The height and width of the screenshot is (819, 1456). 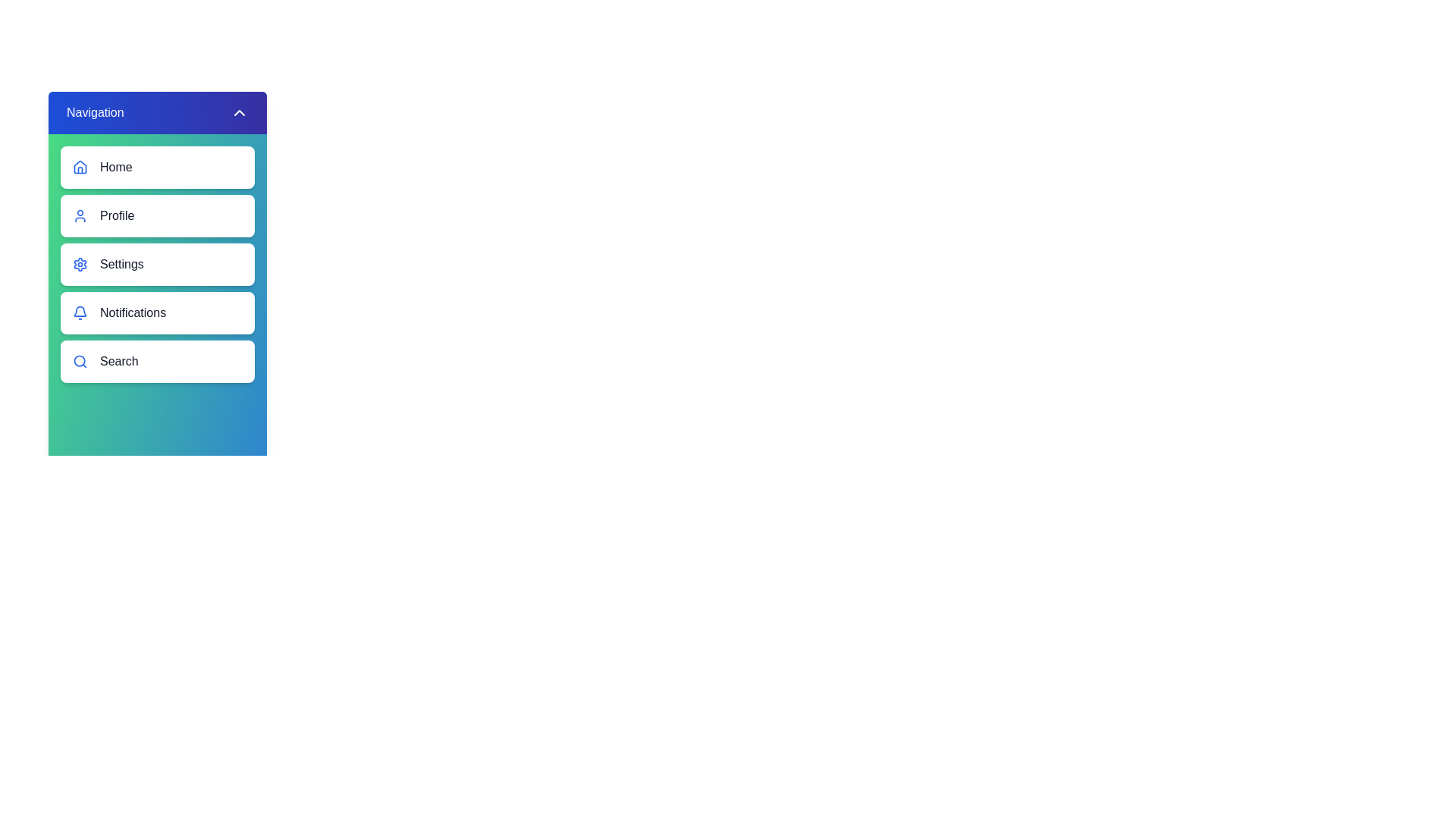 I want to click on the third button in the left-aligned sidebar navigation menu, so click(x=157, y=263).